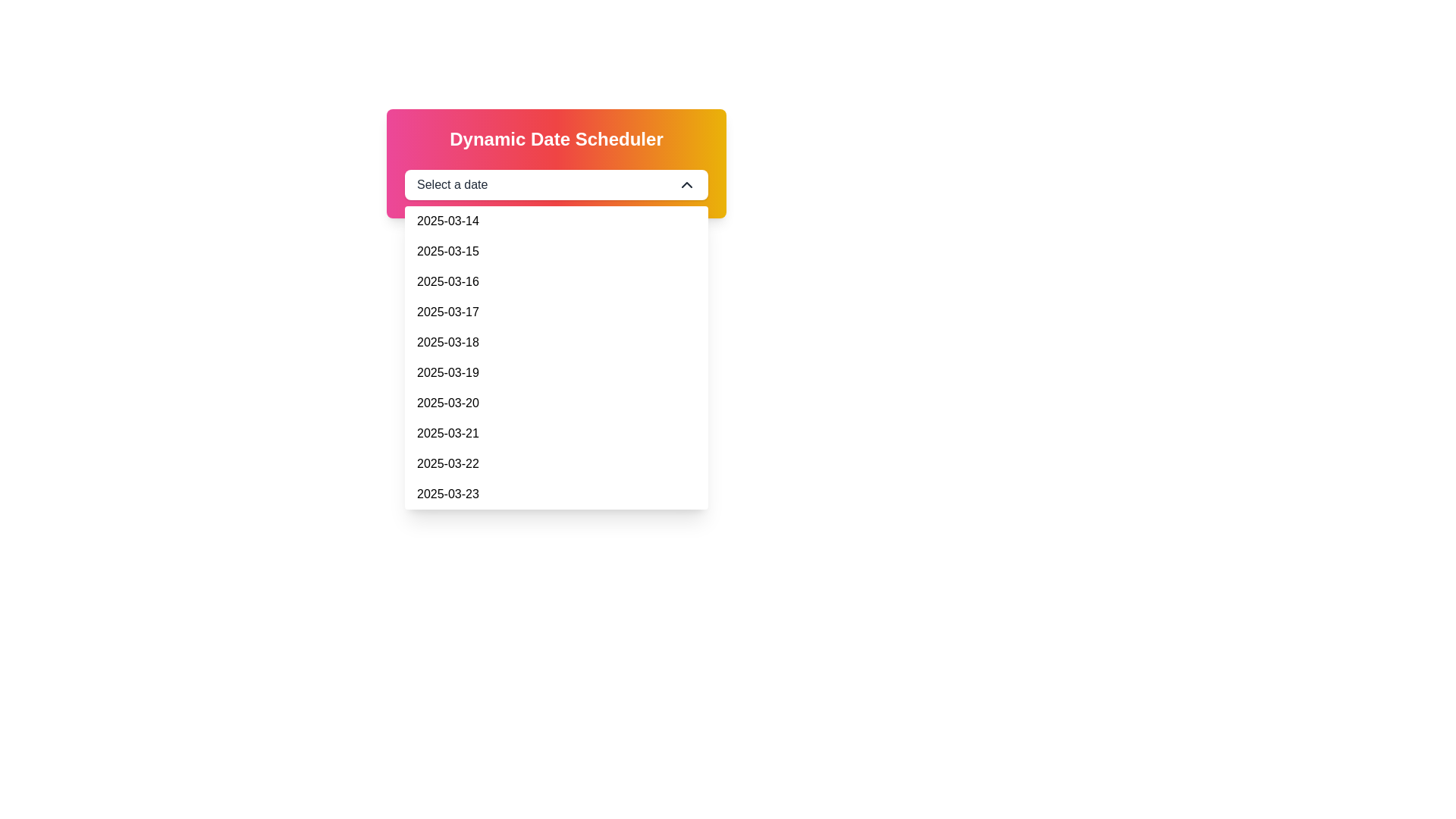 The height and width of the screenshot is (819, 1456). What do you see at coordinates (556, 433) in the screenshot?
I see `the list item displaying the date '2025-03-21'` at bounding box center [556, 433].